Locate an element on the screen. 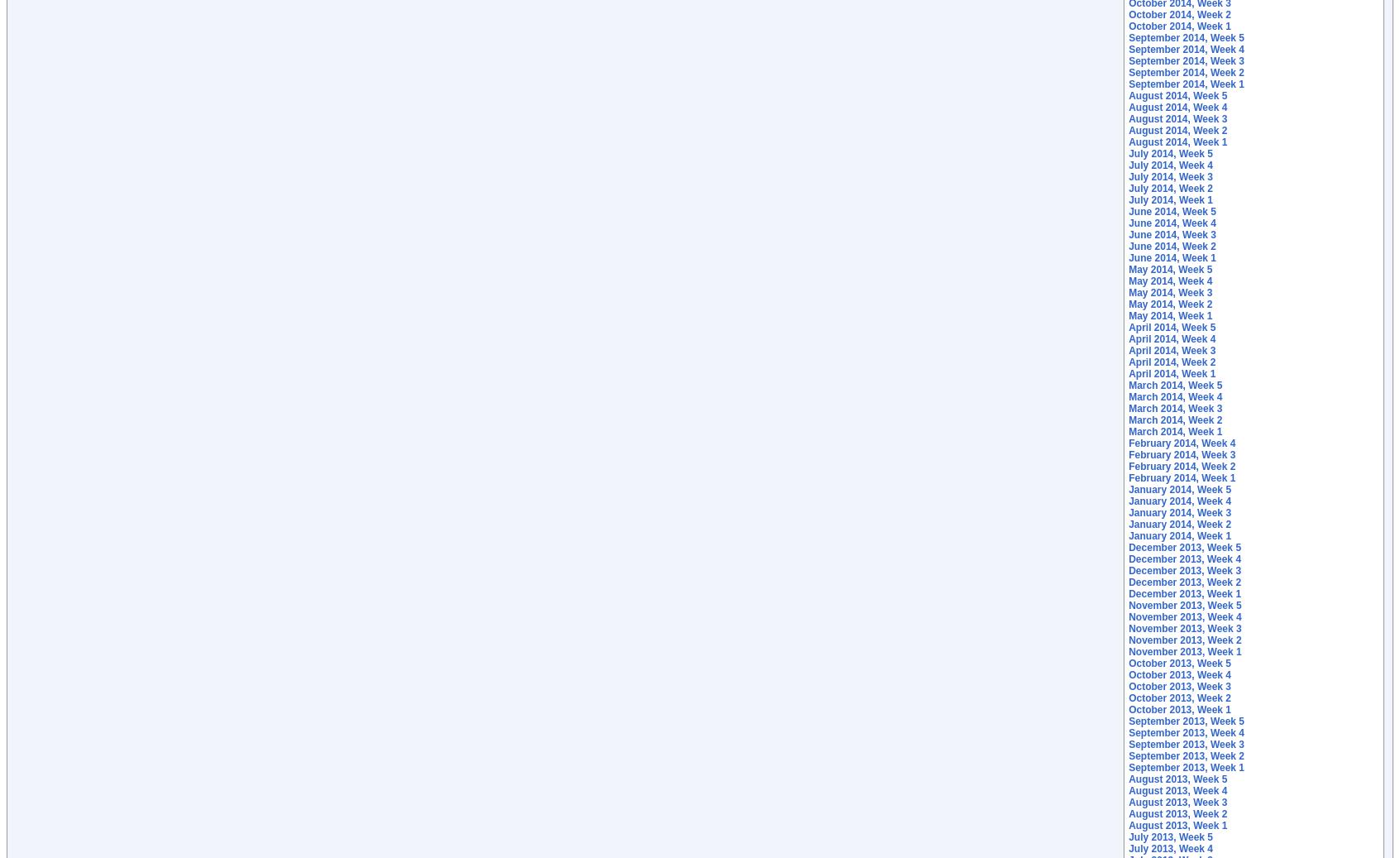 The image size is (1400, 858). 'May 2014, Week 5' is located at coordinates (1169, 269).